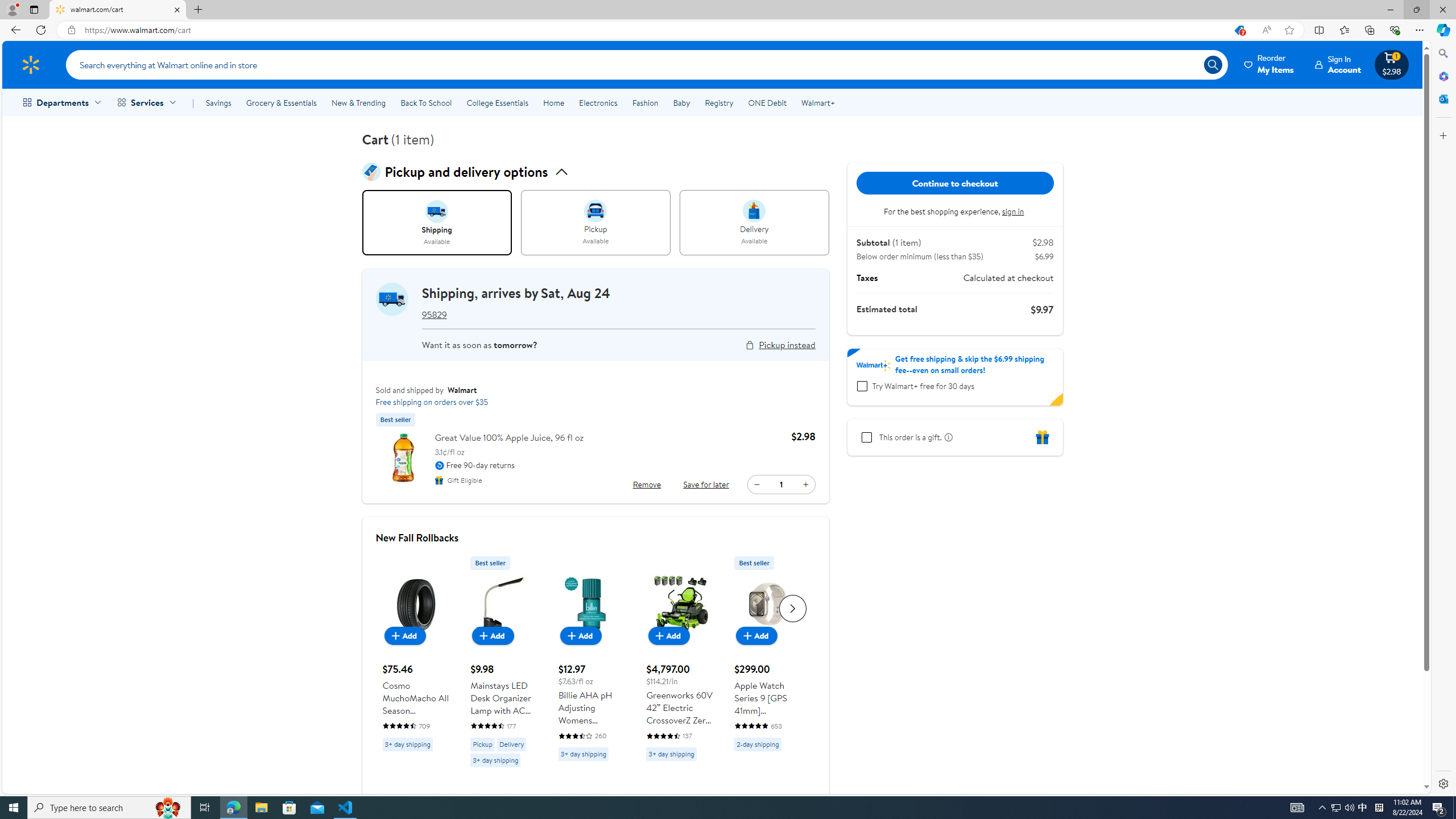 Image resolution: width=1456 pixels, height=819 pixels. Describe the element at coordinates (1212, 64) in the screenshot. I see `'Search icon'` at that location.